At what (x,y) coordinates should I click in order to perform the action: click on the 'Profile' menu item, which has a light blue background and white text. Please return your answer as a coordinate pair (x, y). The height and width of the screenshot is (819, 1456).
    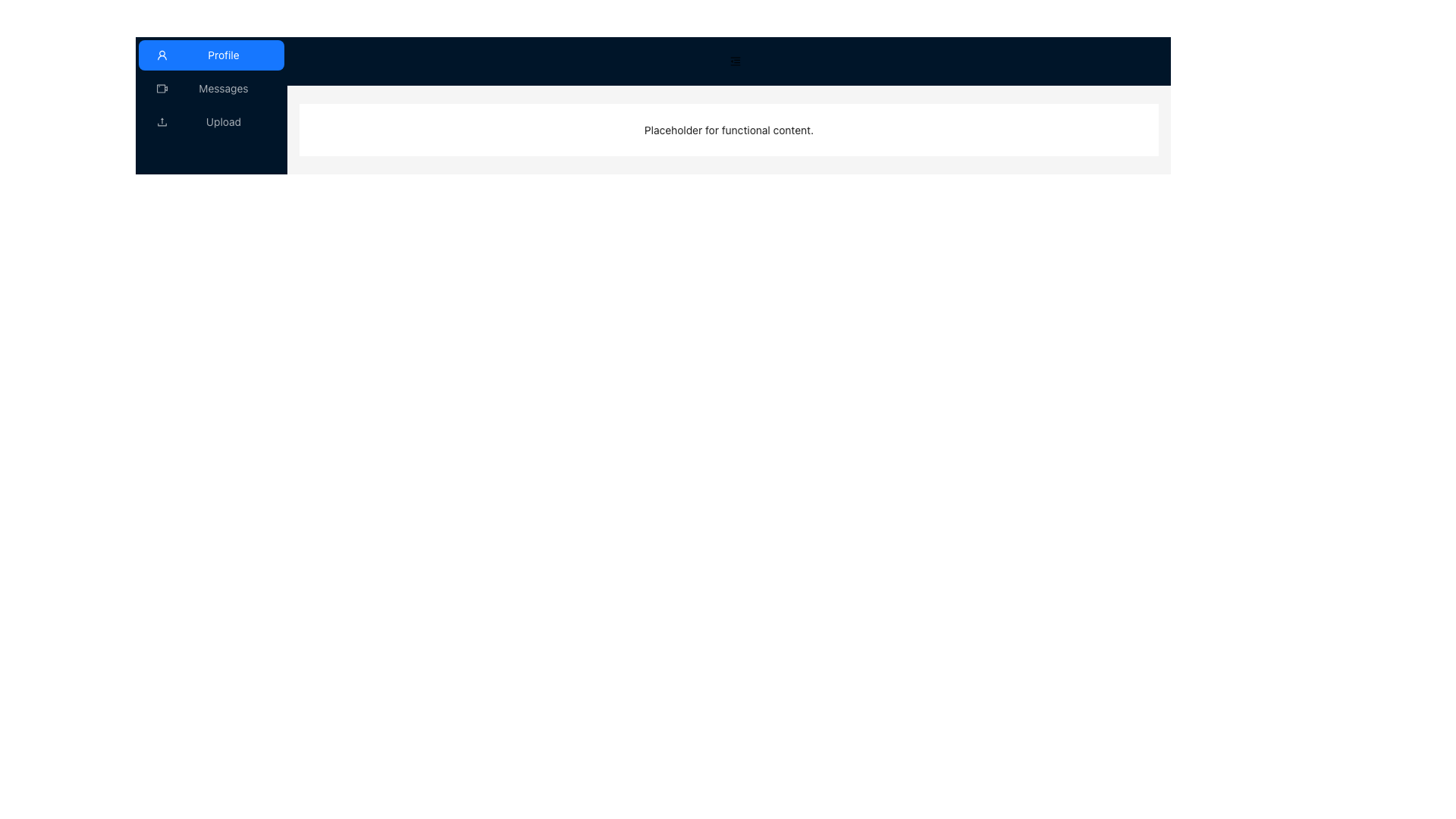
    Looking at the image, I should click on (210, 55).